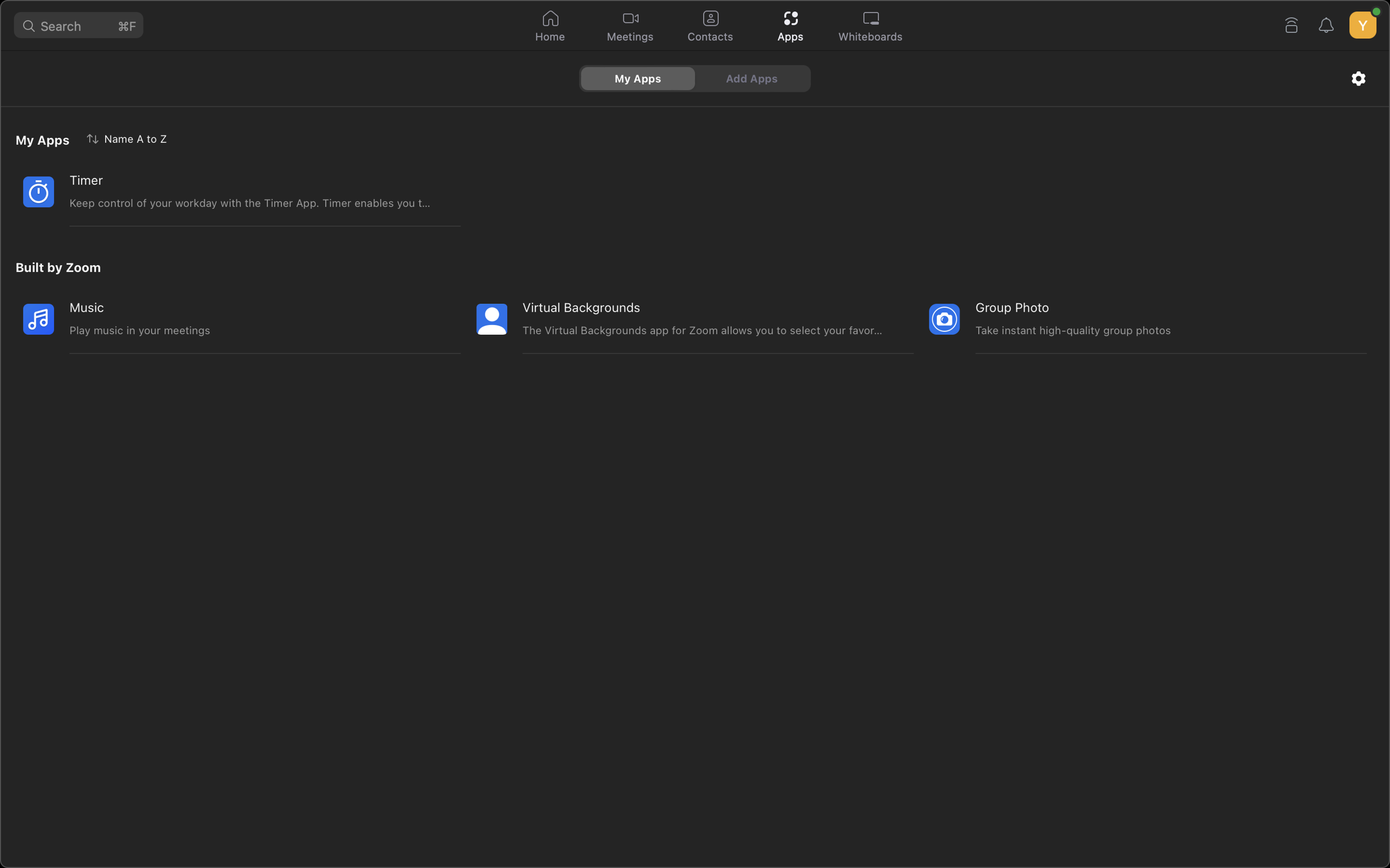 The width and height of the screenshot is (1390, 868). I want to click on the button to add new applications, so click(753, 77).